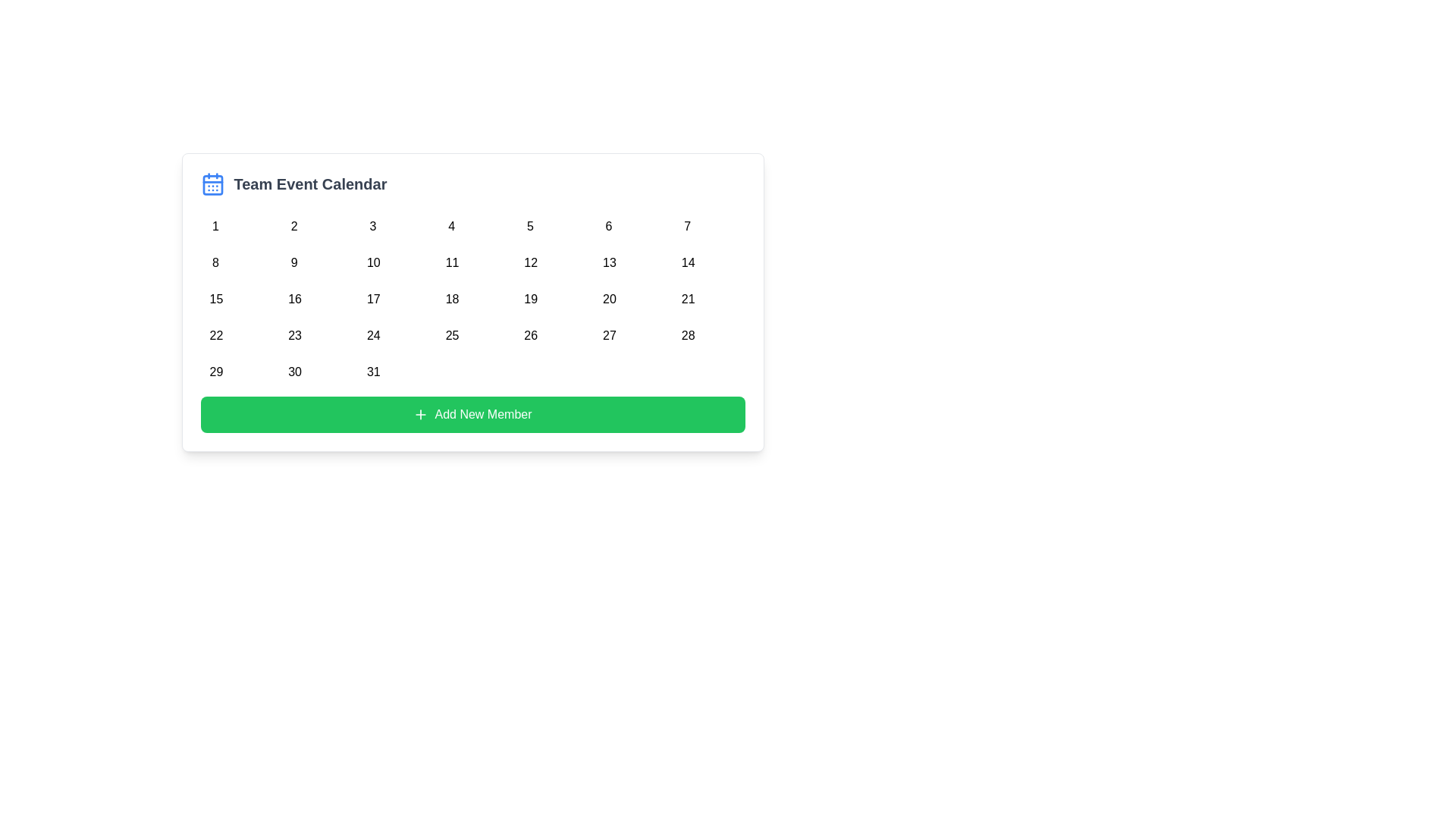 This screenshot has height=819, width=1456. I want to click on the button representing the 18th day in the calendar interface, so click(450, 296).